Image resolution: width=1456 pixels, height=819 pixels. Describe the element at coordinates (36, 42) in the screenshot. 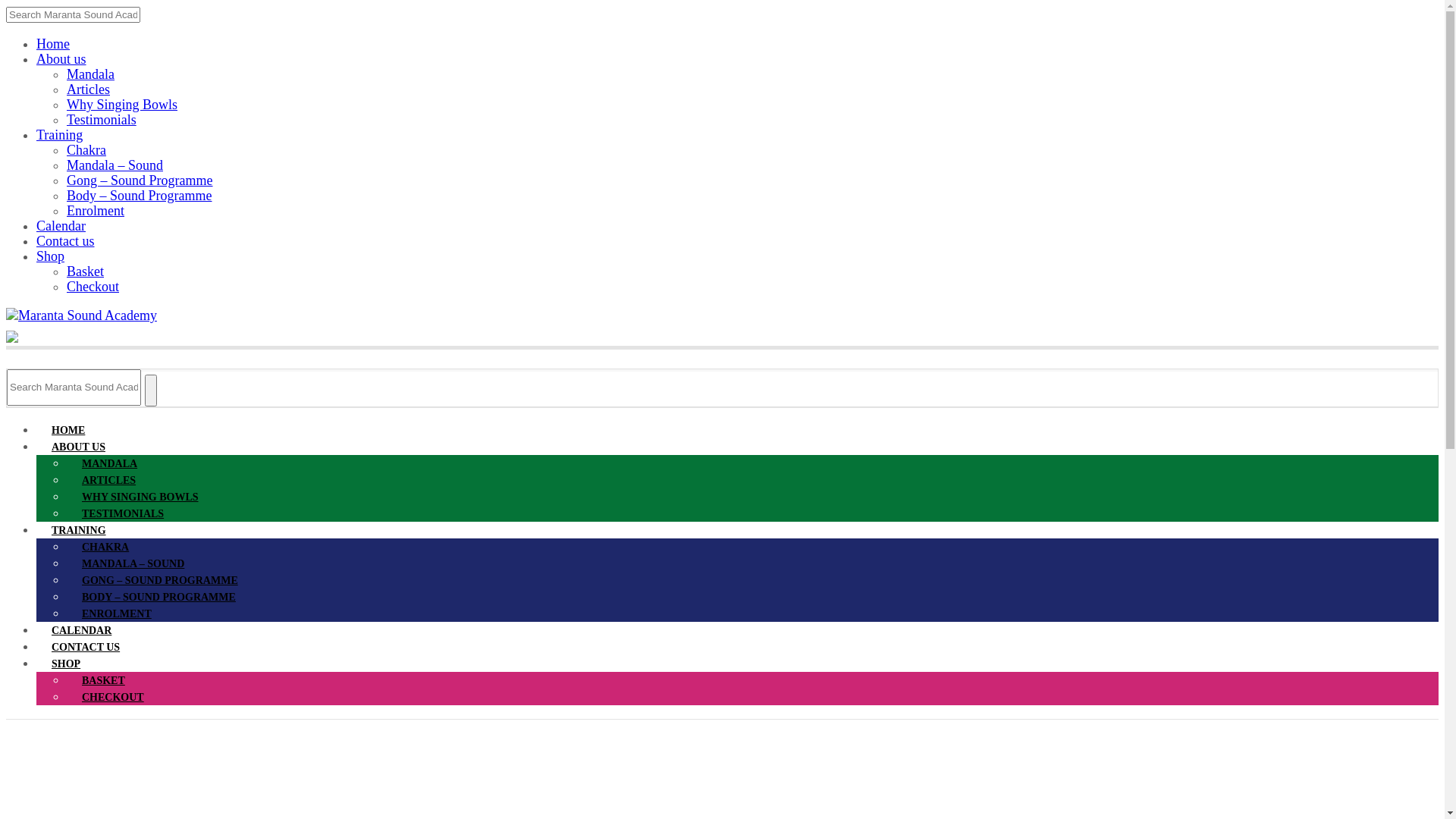

I see `'Home'` at that location.